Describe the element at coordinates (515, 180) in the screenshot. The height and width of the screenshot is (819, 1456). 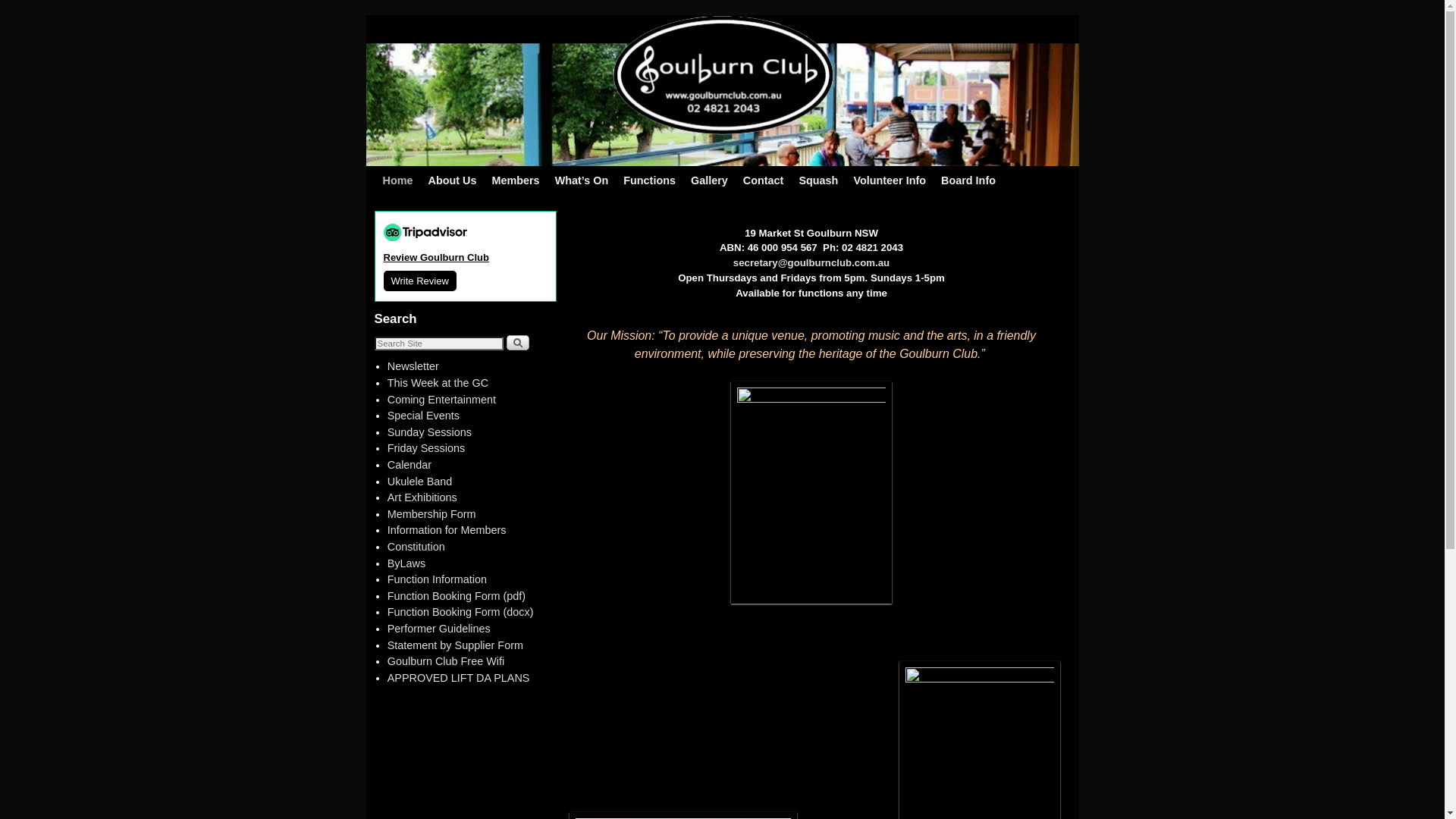
I see `'Members'` at that location.